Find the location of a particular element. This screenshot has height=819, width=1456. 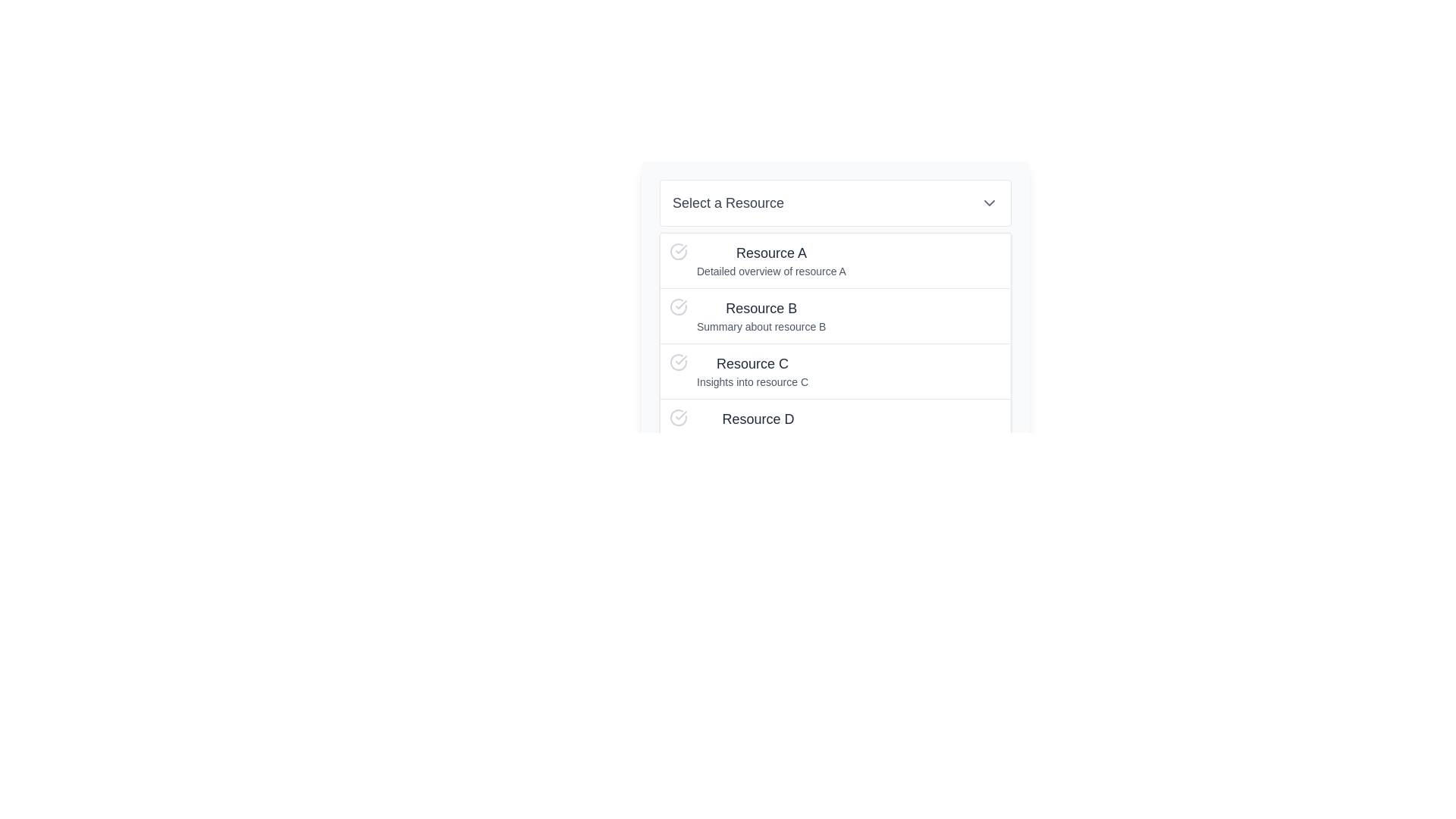

the Dropdown Button labeled 'Select a Resource' is located at coordinates (835, 202).